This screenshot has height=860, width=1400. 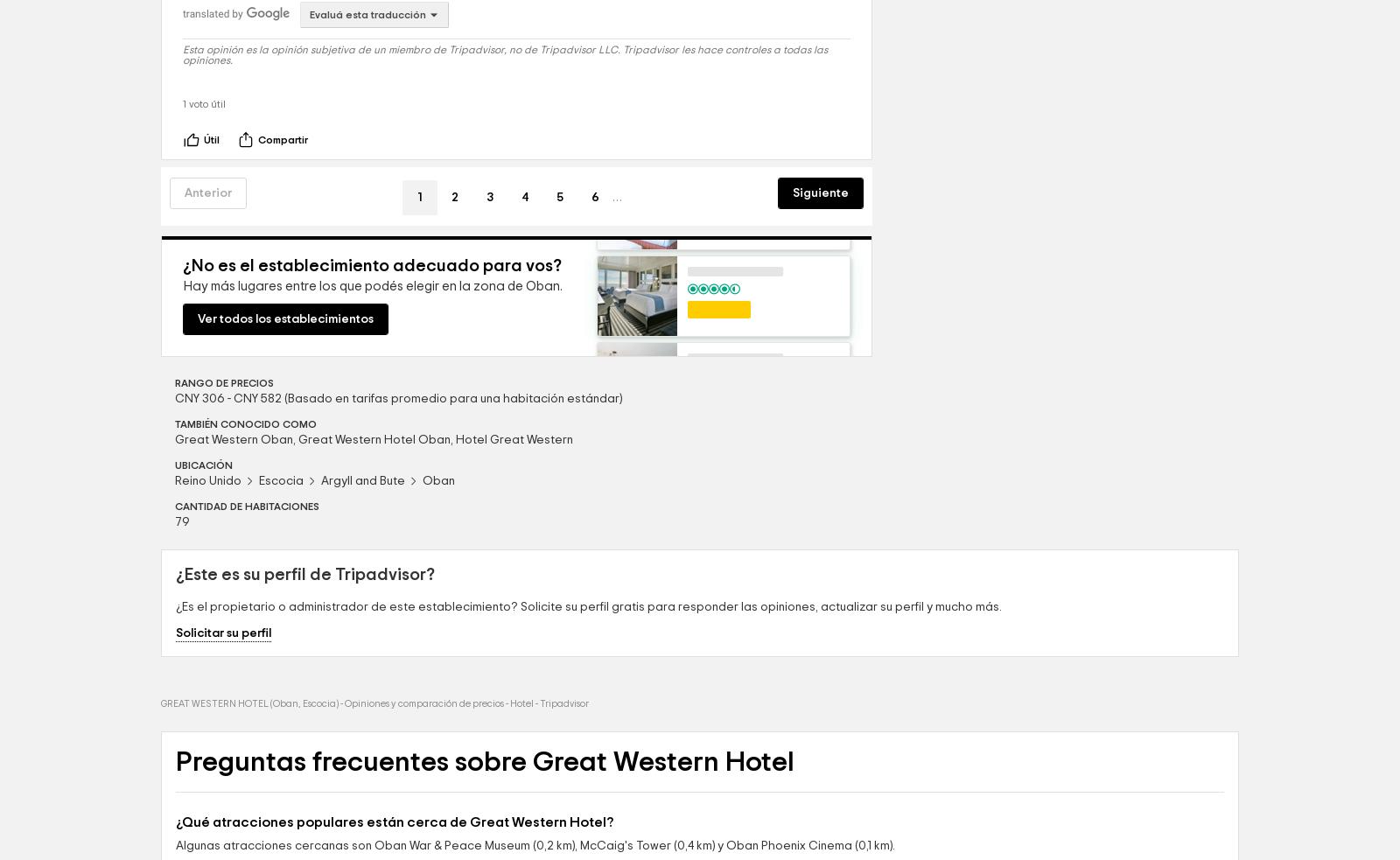 I want to click on 'Escocia', so click(x=281, y=601).